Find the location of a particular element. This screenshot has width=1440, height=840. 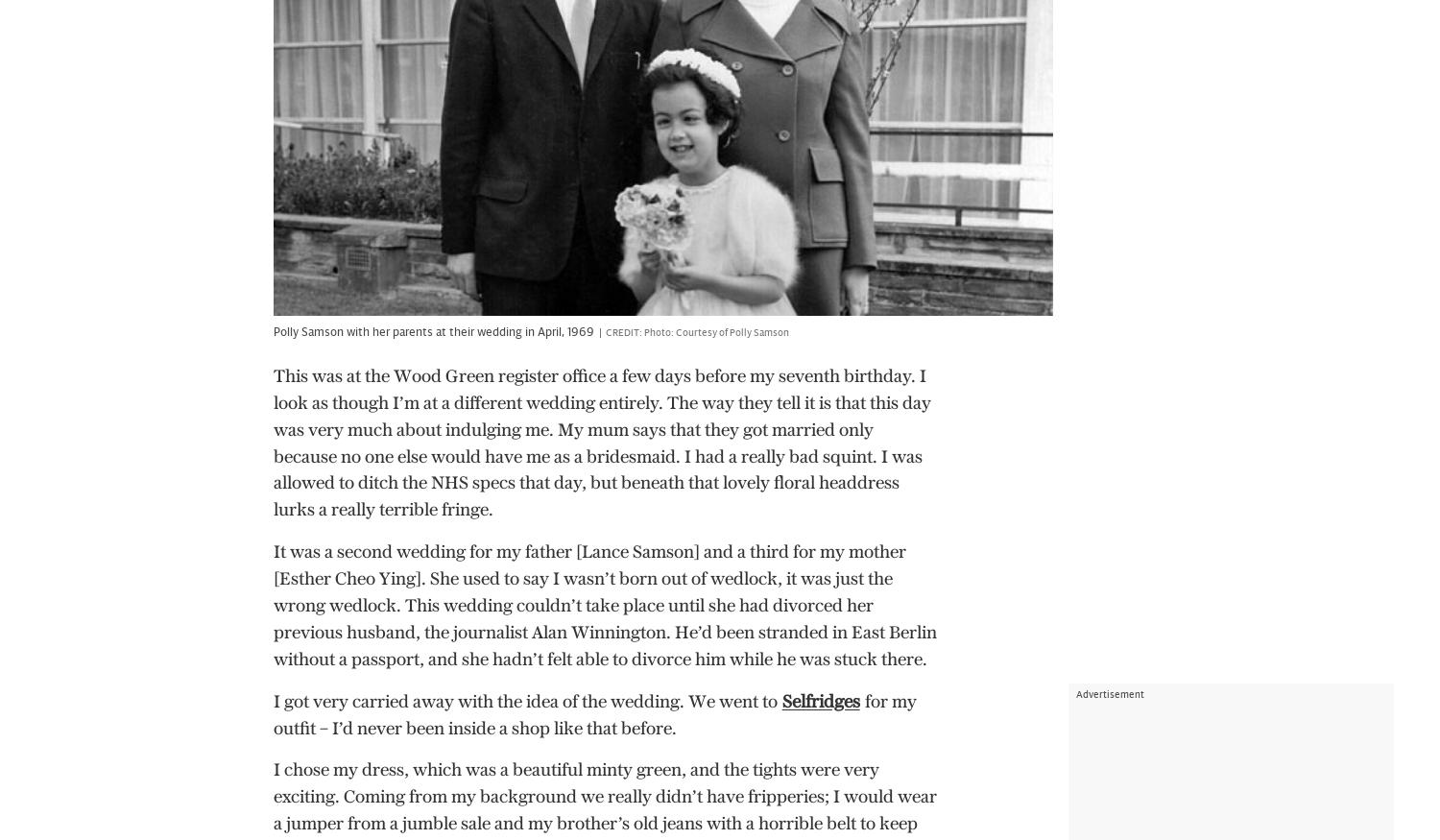

'The calculator that shows Jeremy Hunt’s tax cuts are a farce' is located at coordinates (602, 353).